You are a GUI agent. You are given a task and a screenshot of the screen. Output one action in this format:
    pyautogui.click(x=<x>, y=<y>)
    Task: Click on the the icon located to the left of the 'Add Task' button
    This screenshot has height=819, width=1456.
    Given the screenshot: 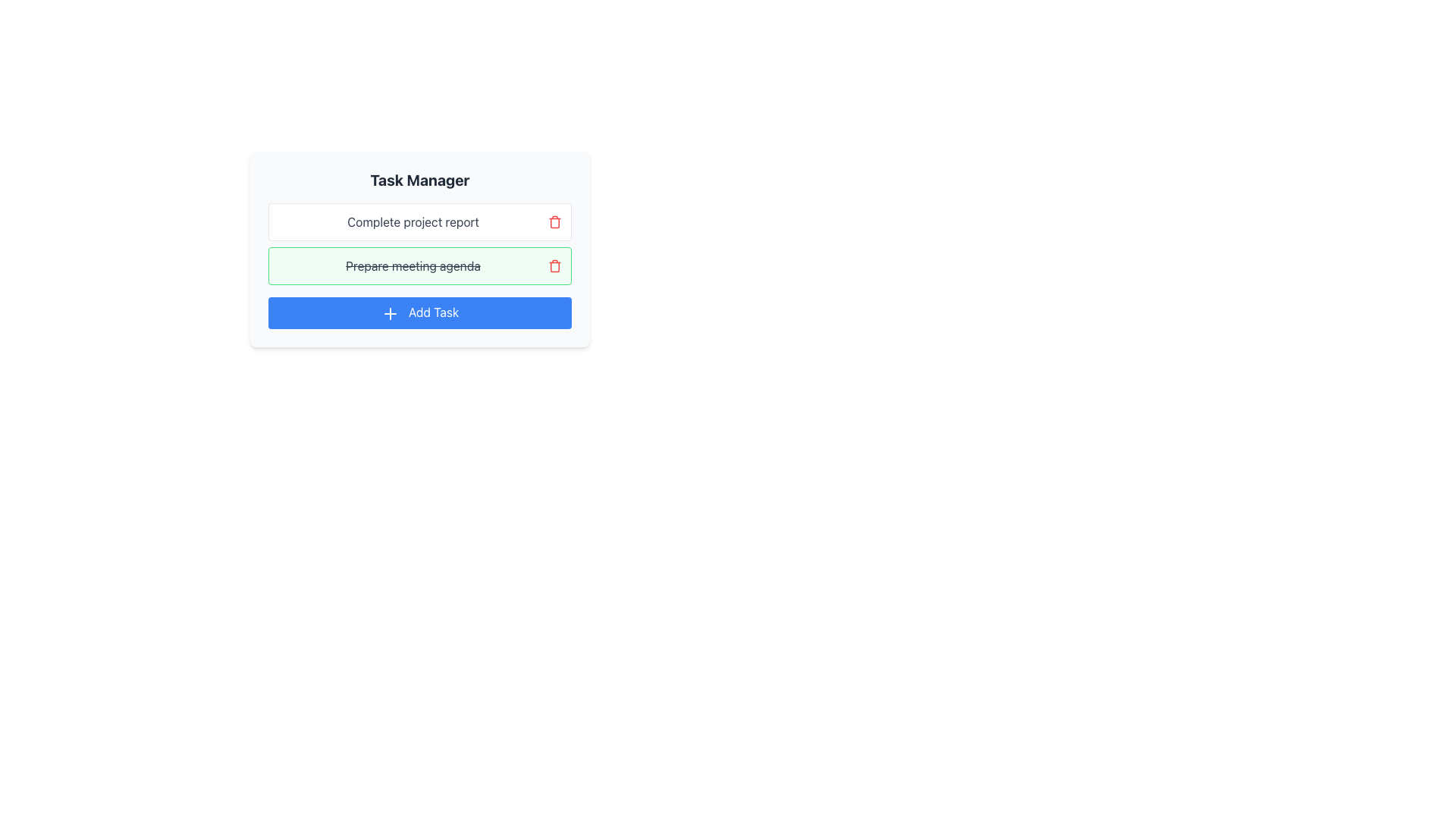 What is the action you would take?
    pyautogui.click(x=390, y=312)
    